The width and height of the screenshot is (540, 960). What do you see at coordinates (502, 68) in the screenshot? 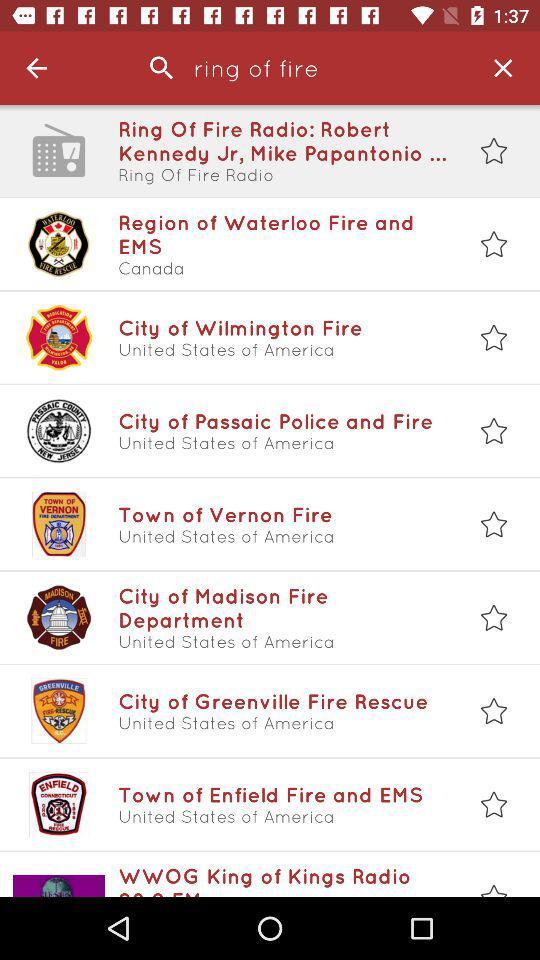
I see `item next to the ring of fire item` at bounding box center [502, 68].